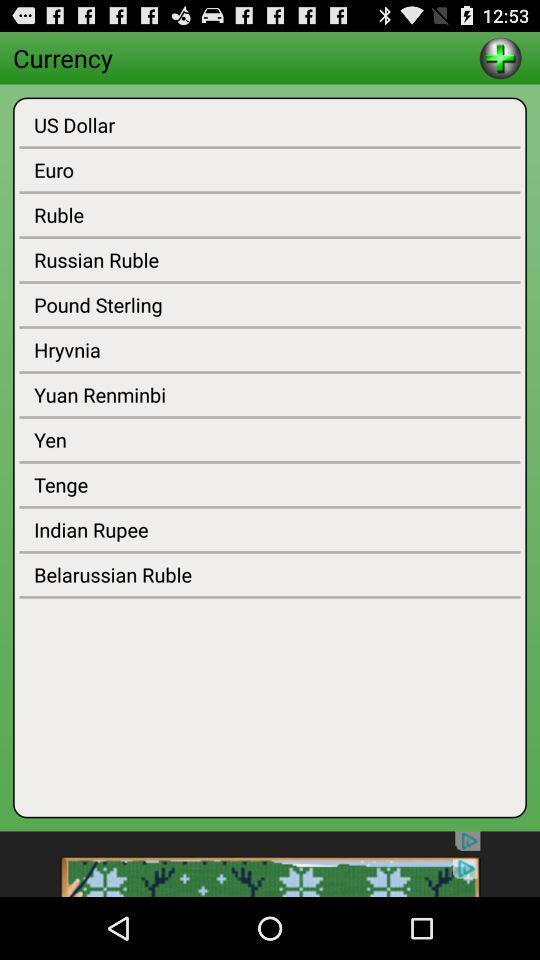 This screenshot has height=960, width=540. I want to click on go do add, so click(499, 56).